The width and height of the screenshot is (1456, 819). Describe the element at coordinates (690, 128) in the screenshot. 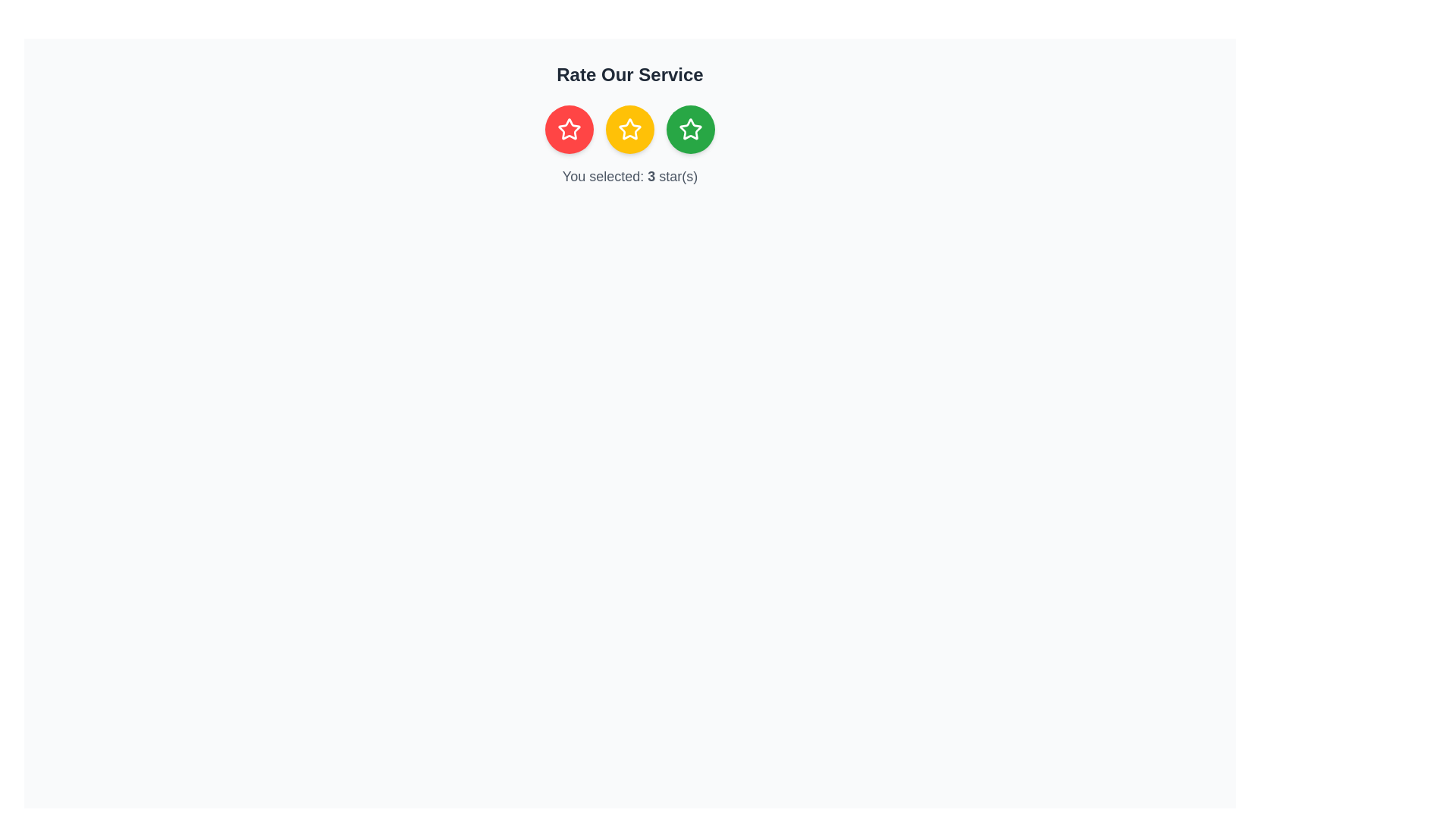

I see `the third star icon in a row of three circle-based icons, which indicates a rating of three stars` at that location.